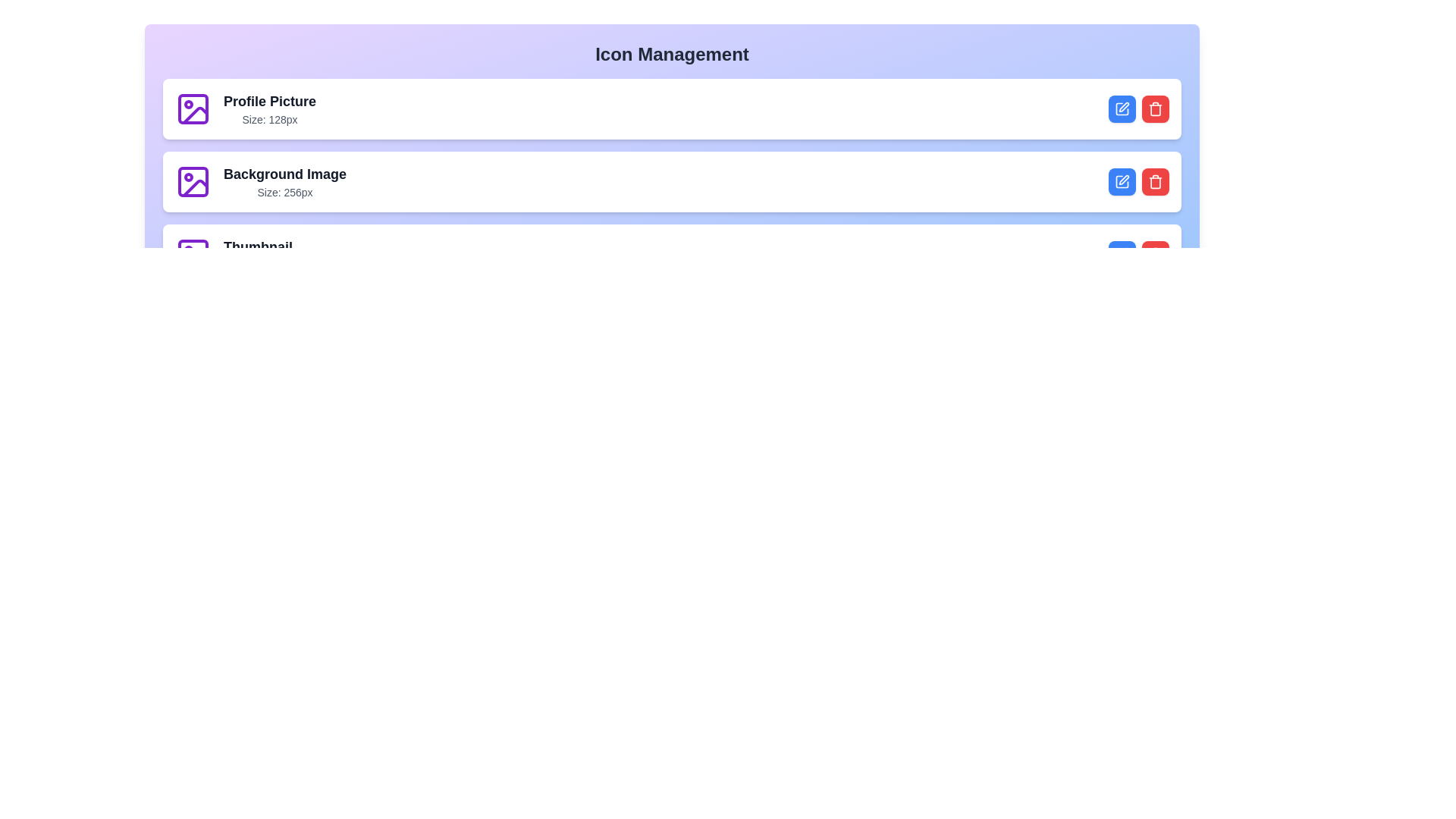 The width and height of the screenshot is (1456, 819). I want to click on the red delete button with a trashcan icon, located to the right of the blue pencil icon button, so click(1154, 180).